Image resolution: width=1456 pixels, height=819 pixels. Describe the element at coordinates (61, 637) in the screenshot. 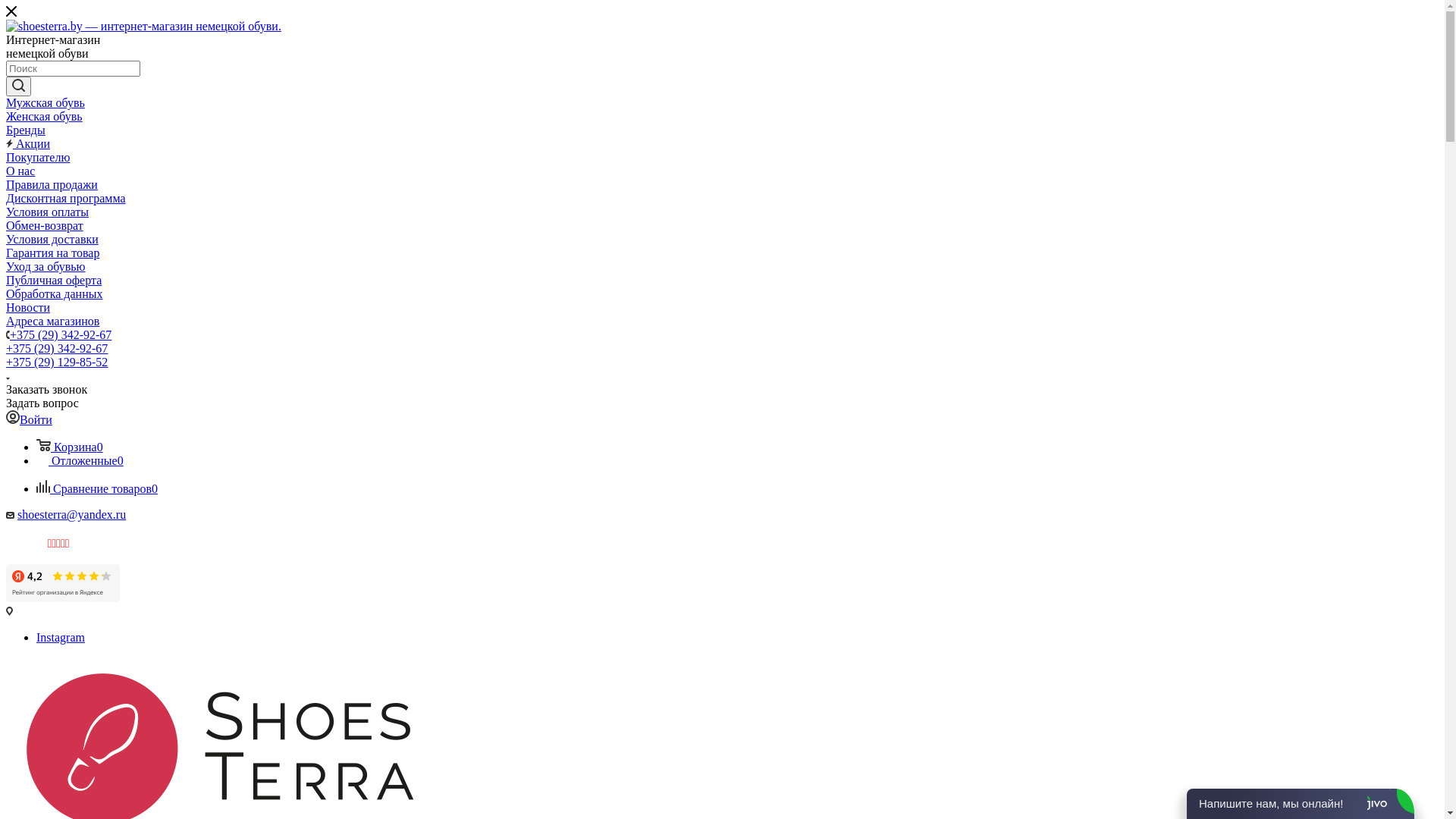

I see `'Instagram'` at that location.